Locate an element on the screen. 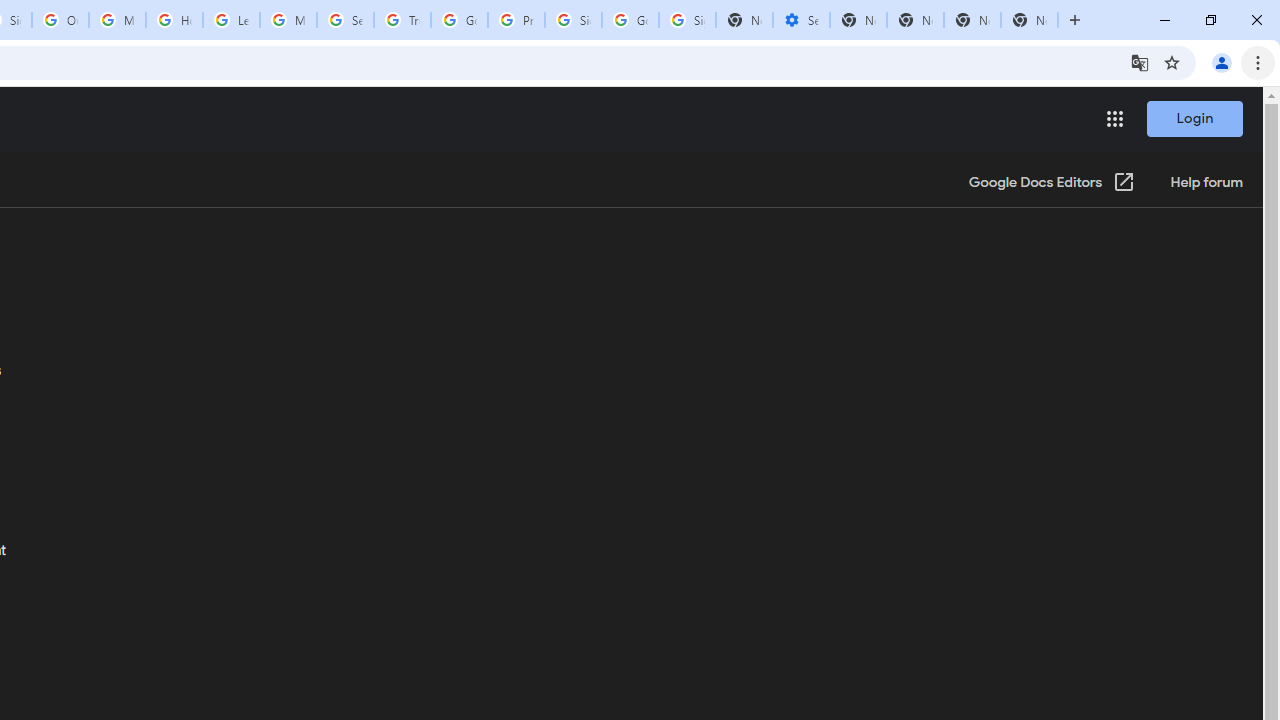  'Google Cybersecurity Innovations - Google Safety Center' is located at coordinates (629, 20).